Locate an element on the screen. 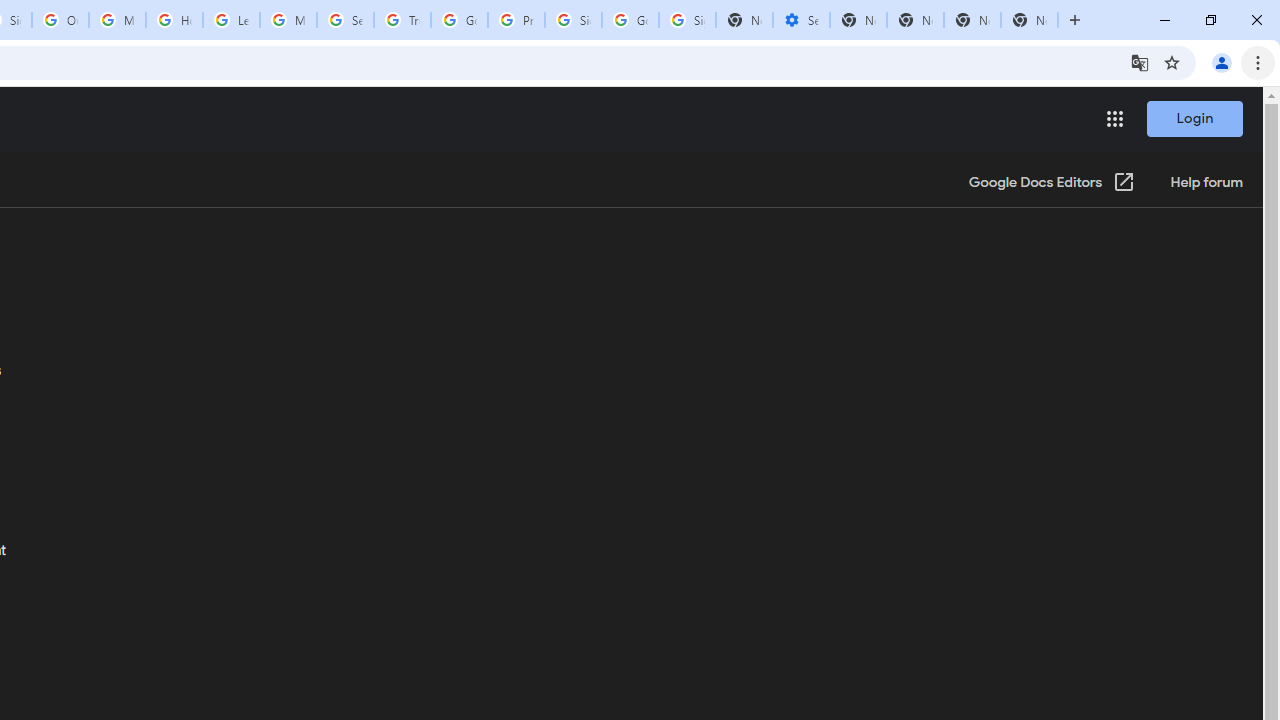  'Google Cybersecurity Innovations - Google Safety Center' is located at coordinates (629, 20).